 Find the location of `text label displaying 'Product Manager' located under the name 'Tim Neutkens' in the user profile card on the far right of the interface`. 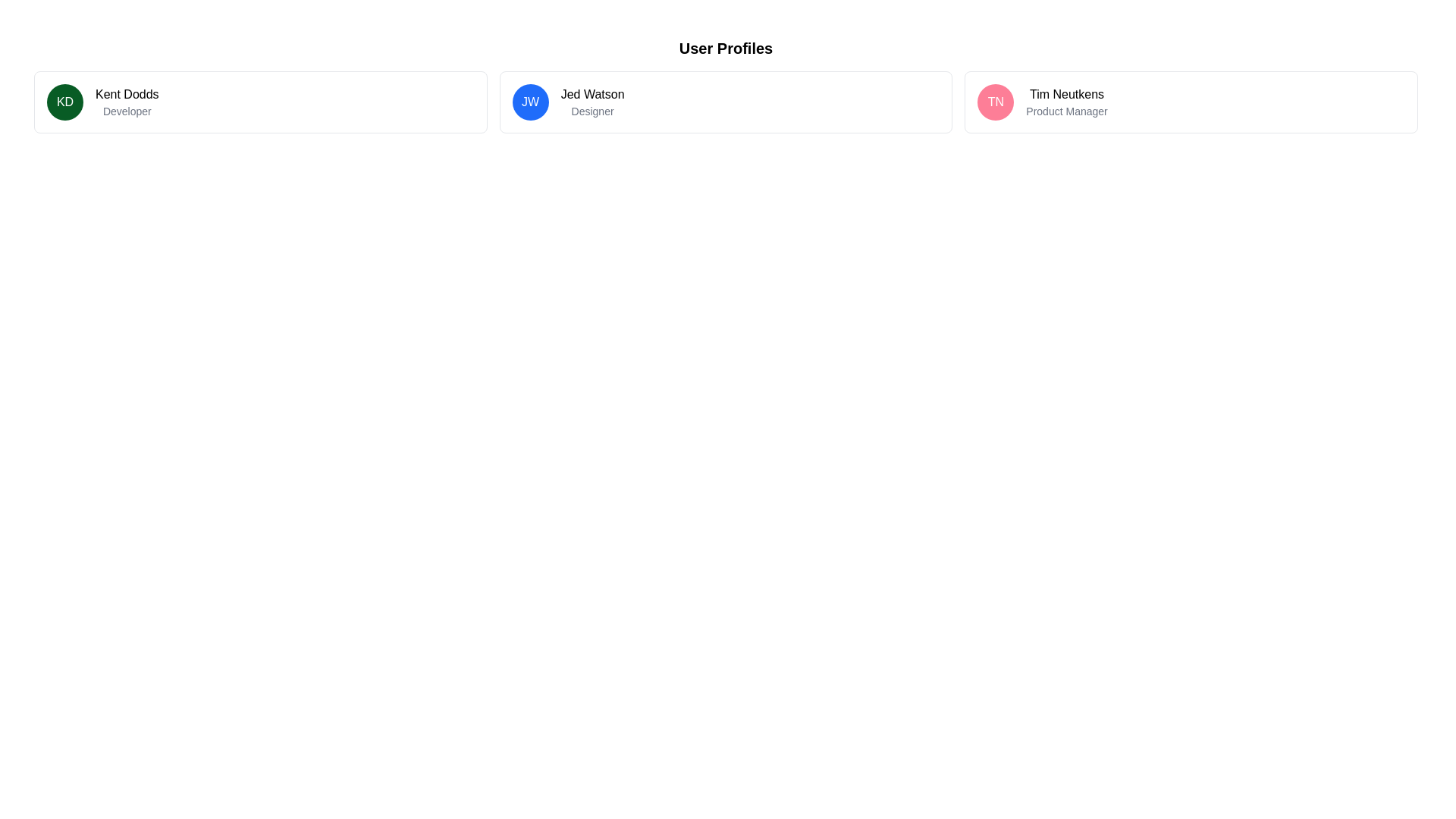

text label displaying 'Product Manager' located under the name 'Tim Neutkens' in the user profile card on the far right of the interface is located at coordinates (1065, 110).